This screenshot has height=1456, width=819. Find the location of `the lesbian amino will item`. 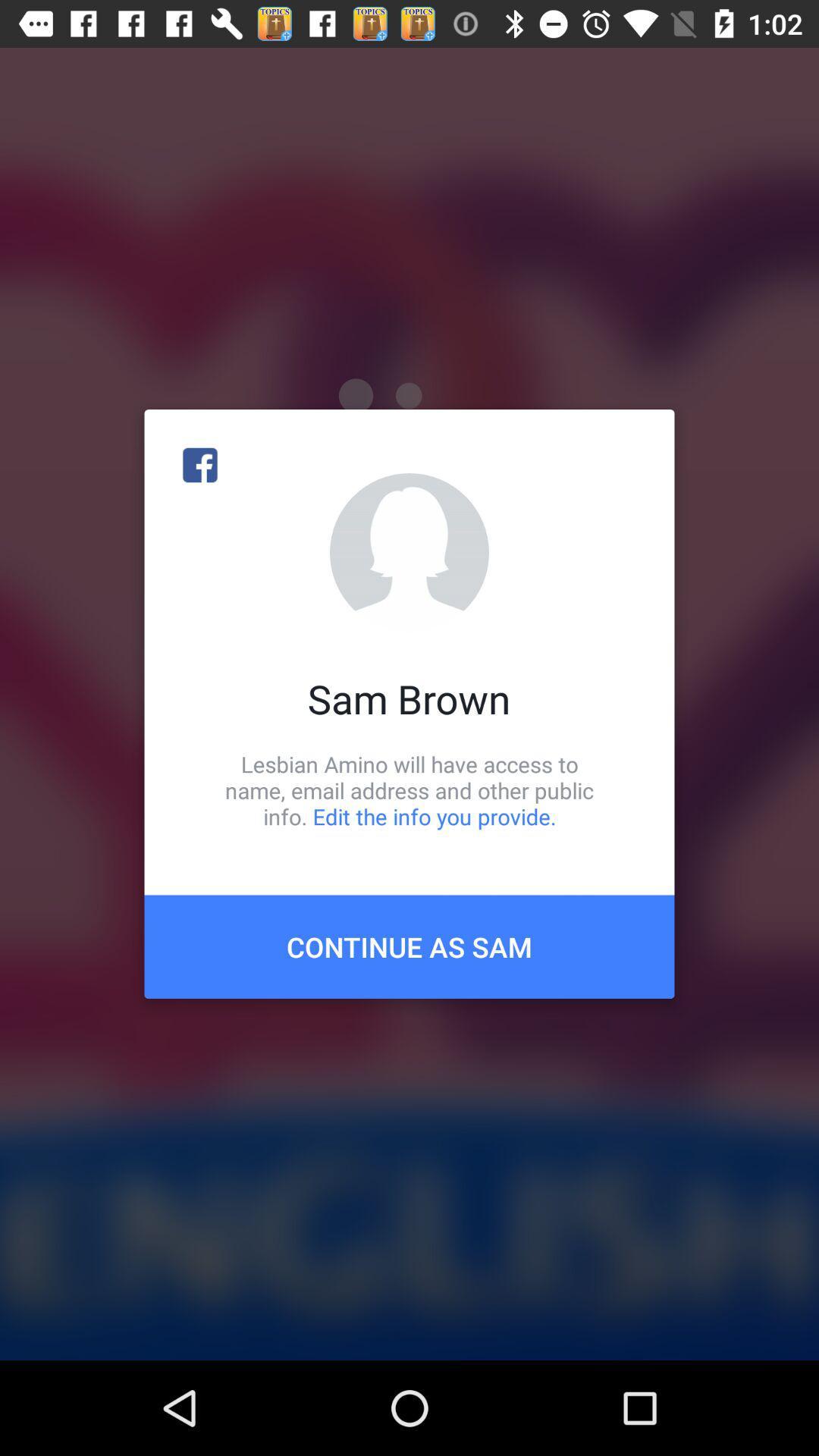

the lesbian amino will item is located at coordinates (409, 789).